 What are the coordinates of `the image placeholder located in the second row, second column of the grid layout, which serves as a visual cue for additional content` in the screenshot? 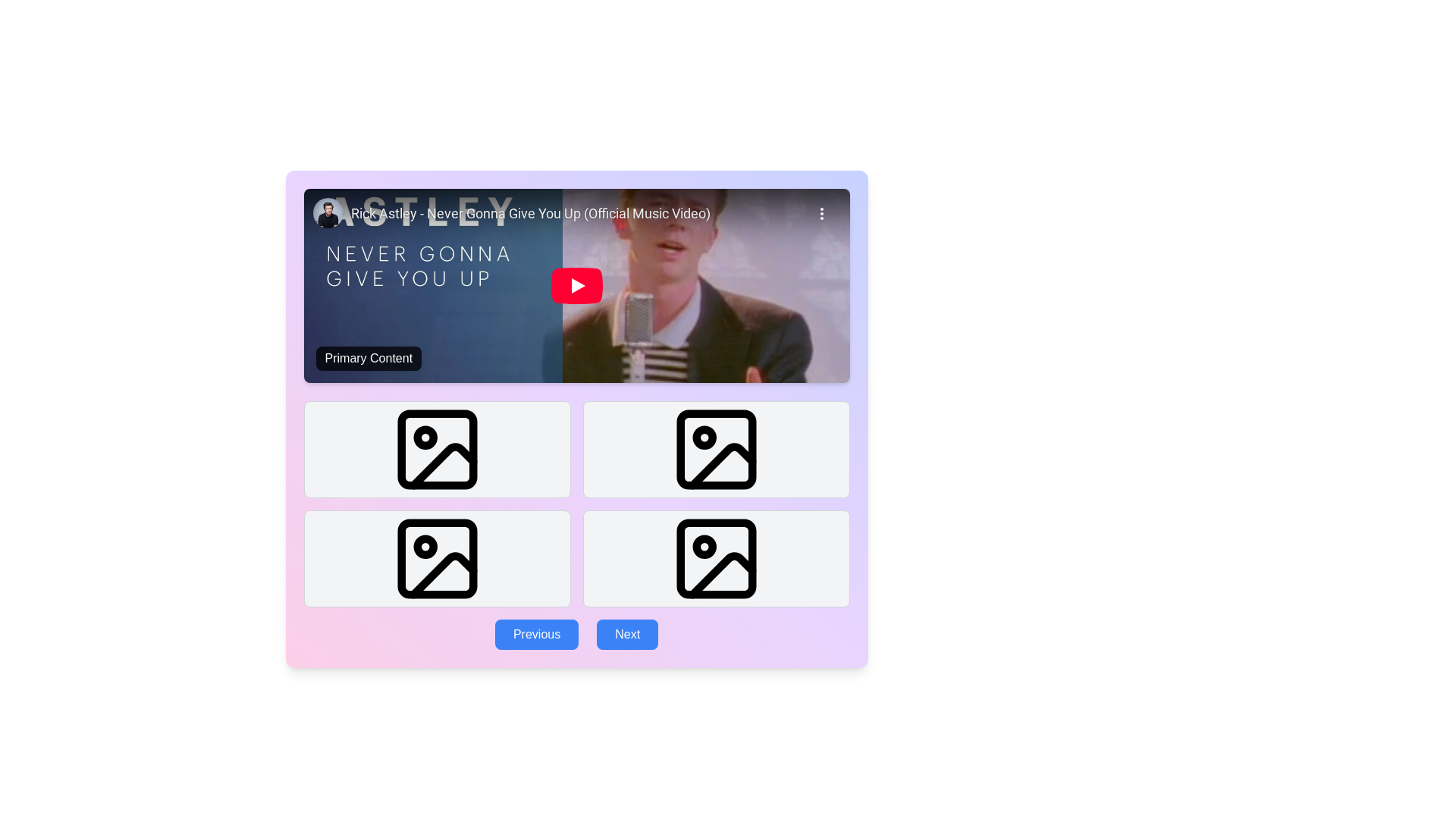 It's located at (715, 558).